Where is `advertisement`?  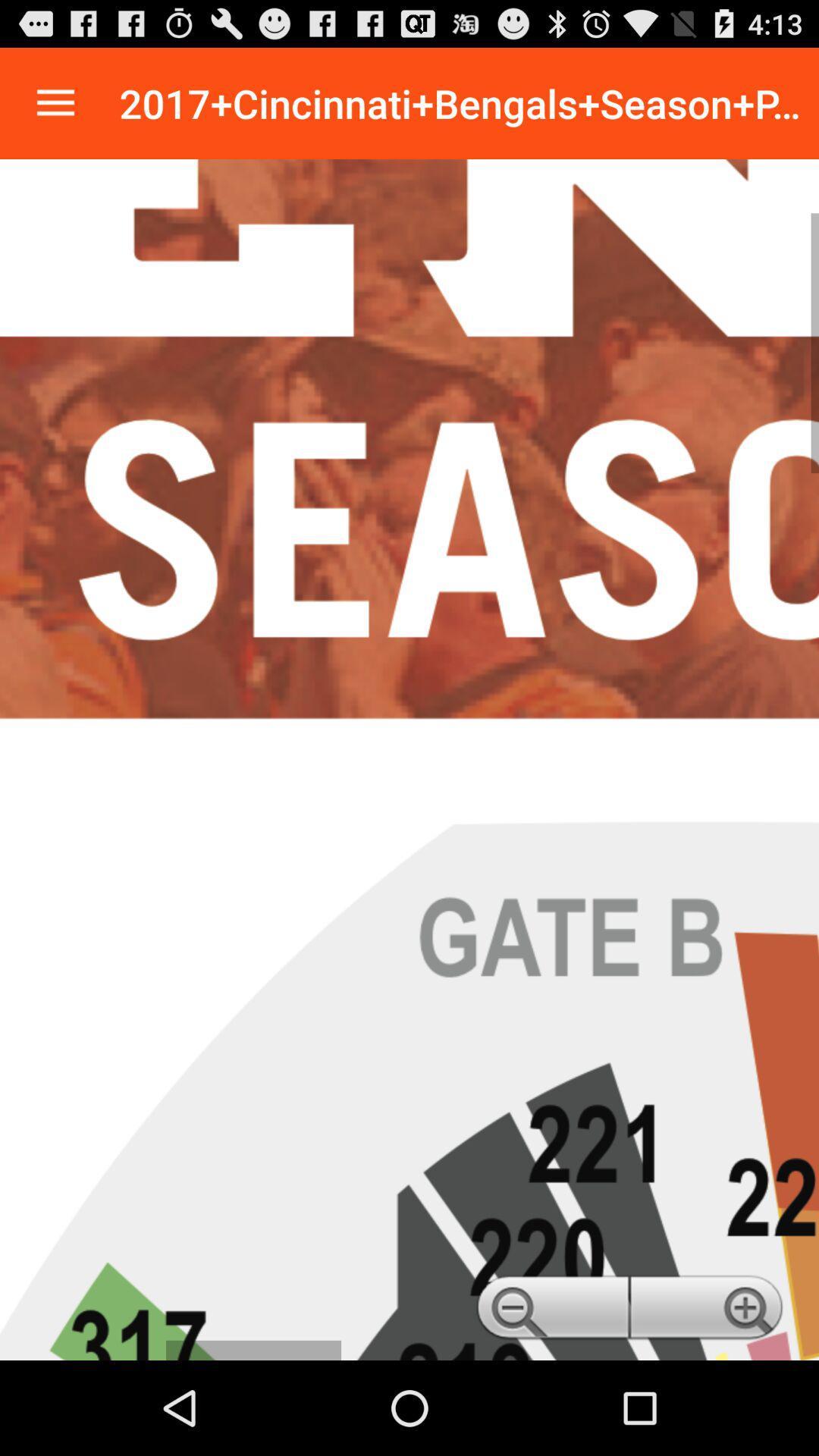
advertisement is located at coordinates (409, 760).